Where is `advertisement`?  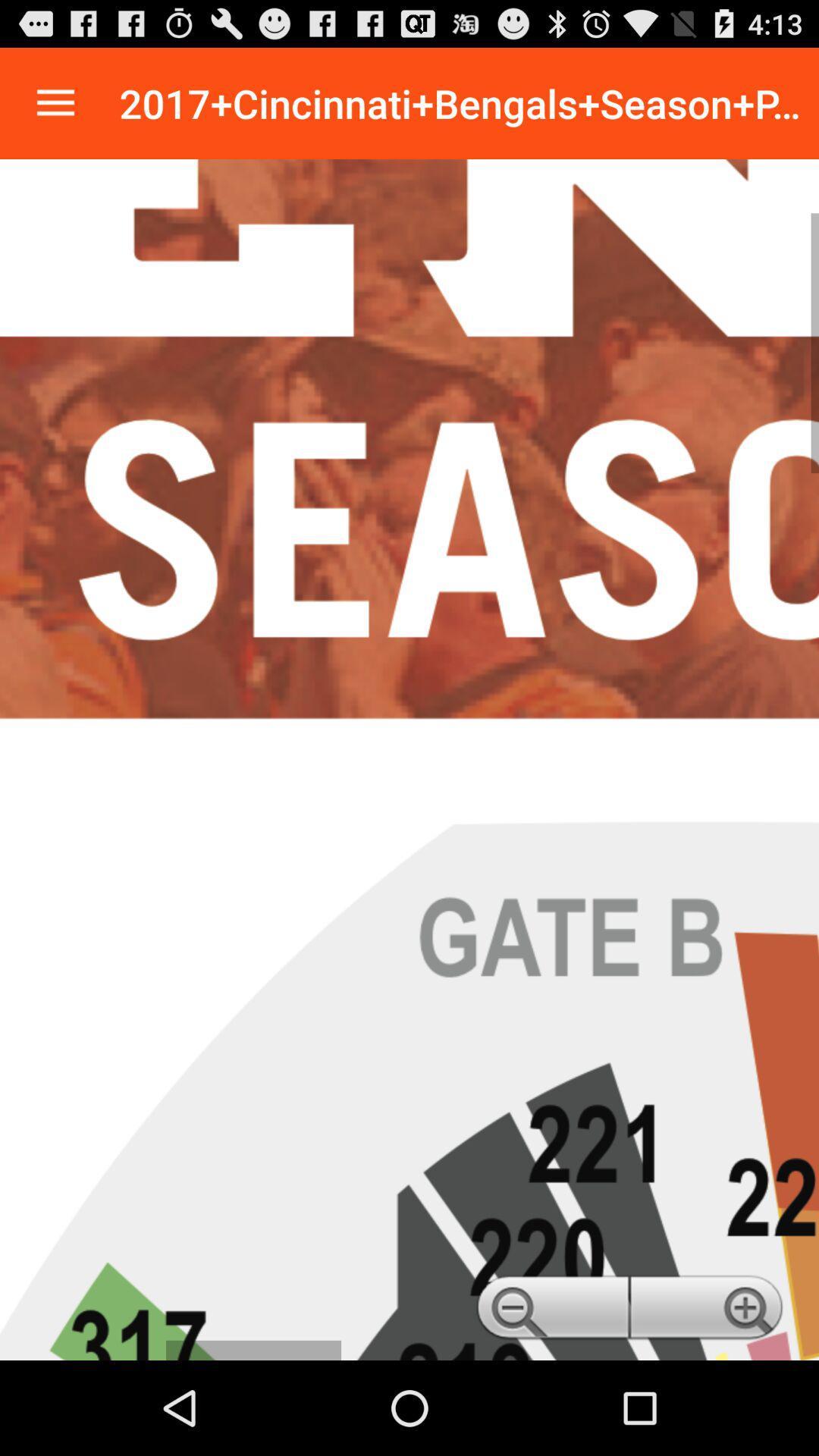
advertisement is located at coordinates (409, 760).